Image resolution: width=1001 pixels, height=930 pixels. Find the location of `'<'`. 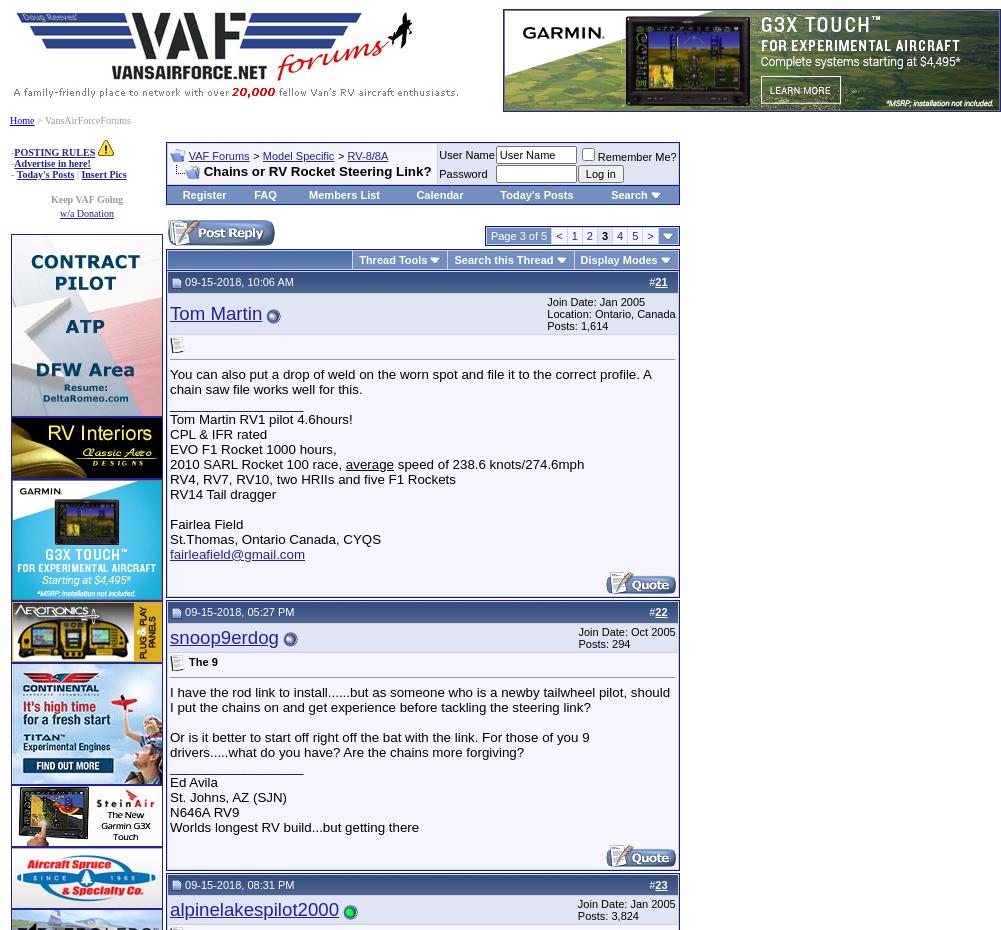

'<' is located at coordinates (557, 236).